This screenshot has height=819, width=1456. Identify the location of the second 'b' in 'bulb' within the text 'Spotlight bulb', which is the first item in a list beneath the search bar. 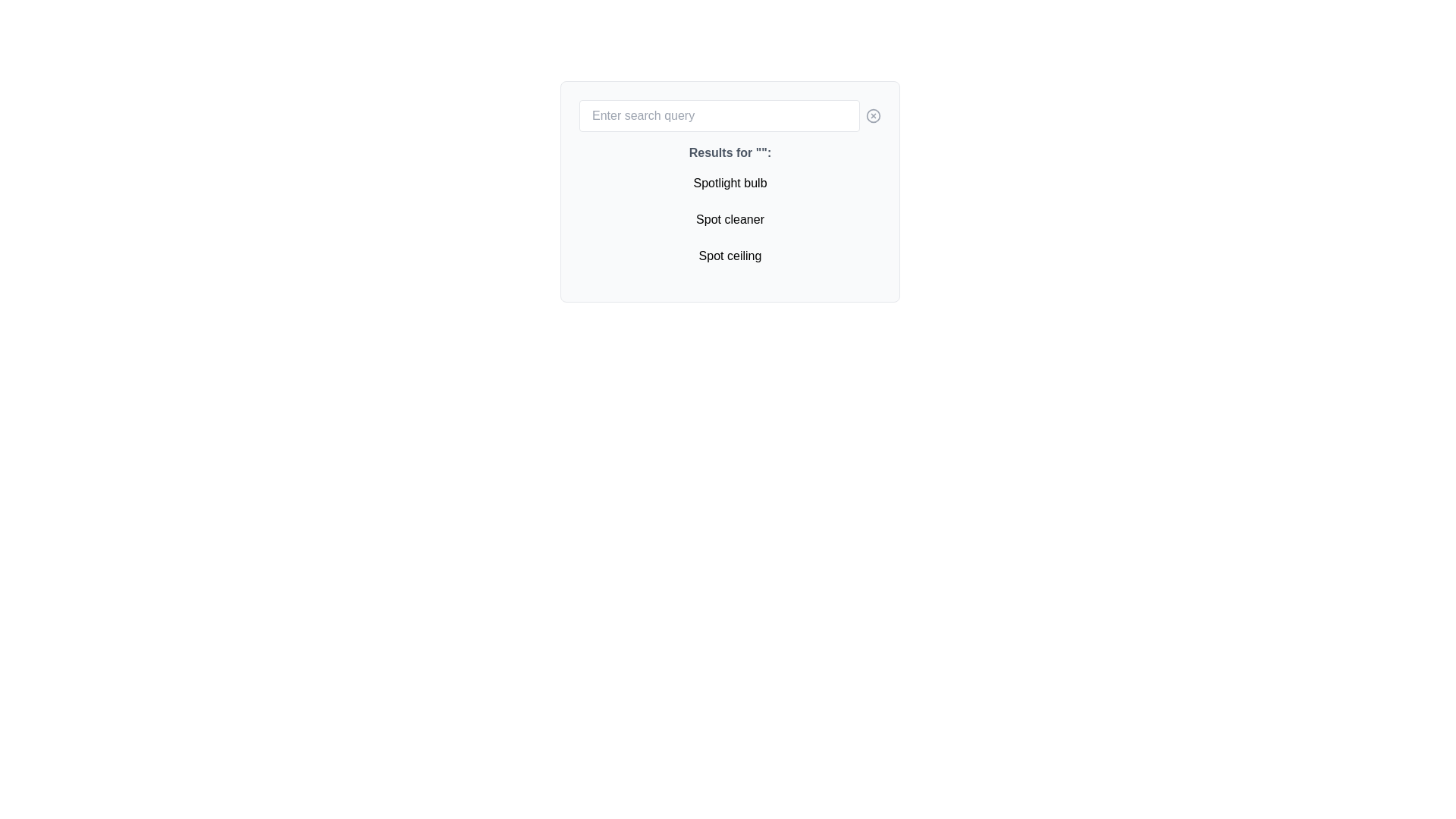
(764, 182).